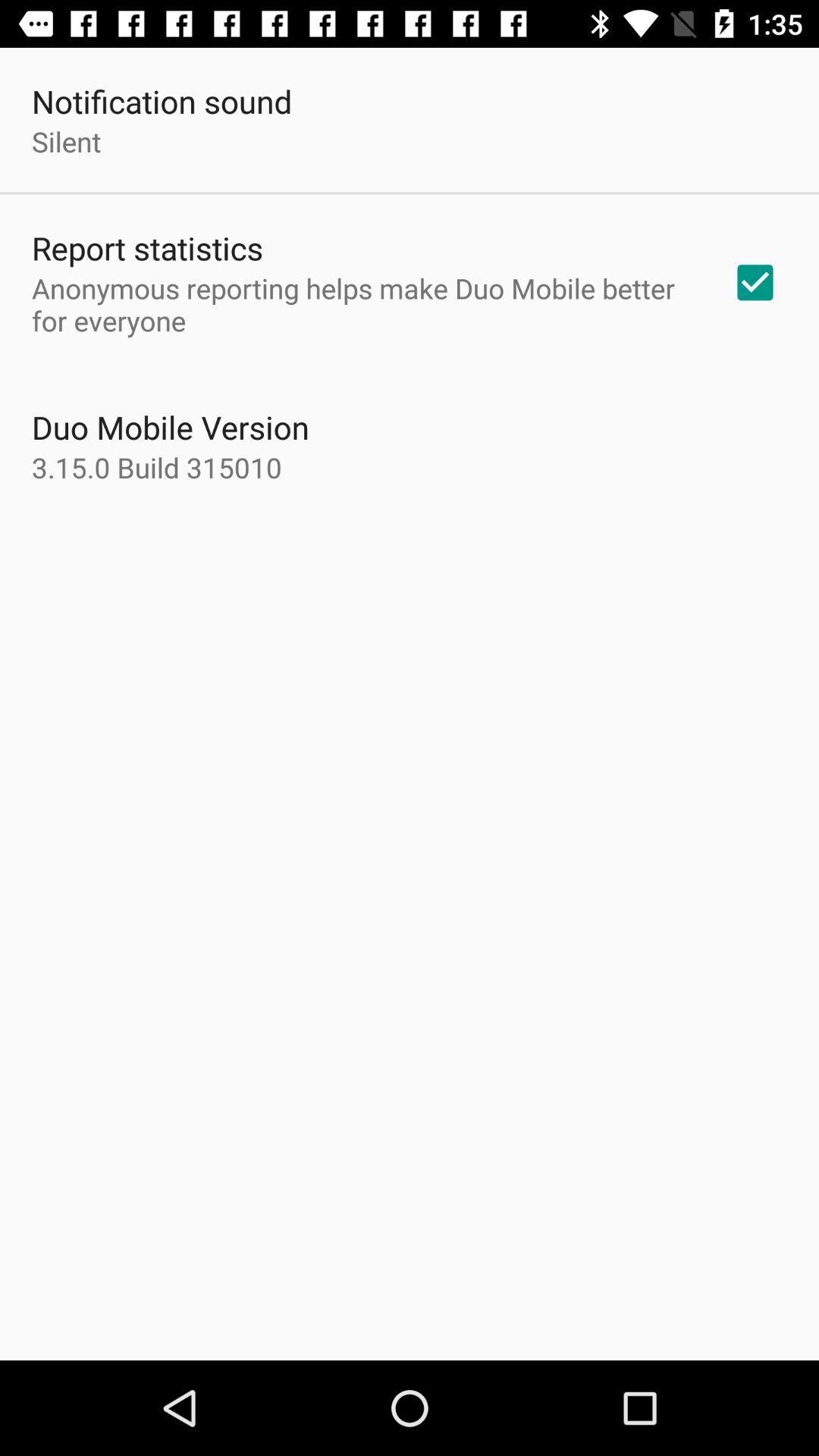  What do you see at coordinates (65, 141) in the screenshot?
I see `silent app` at bounding box center [65, 141].